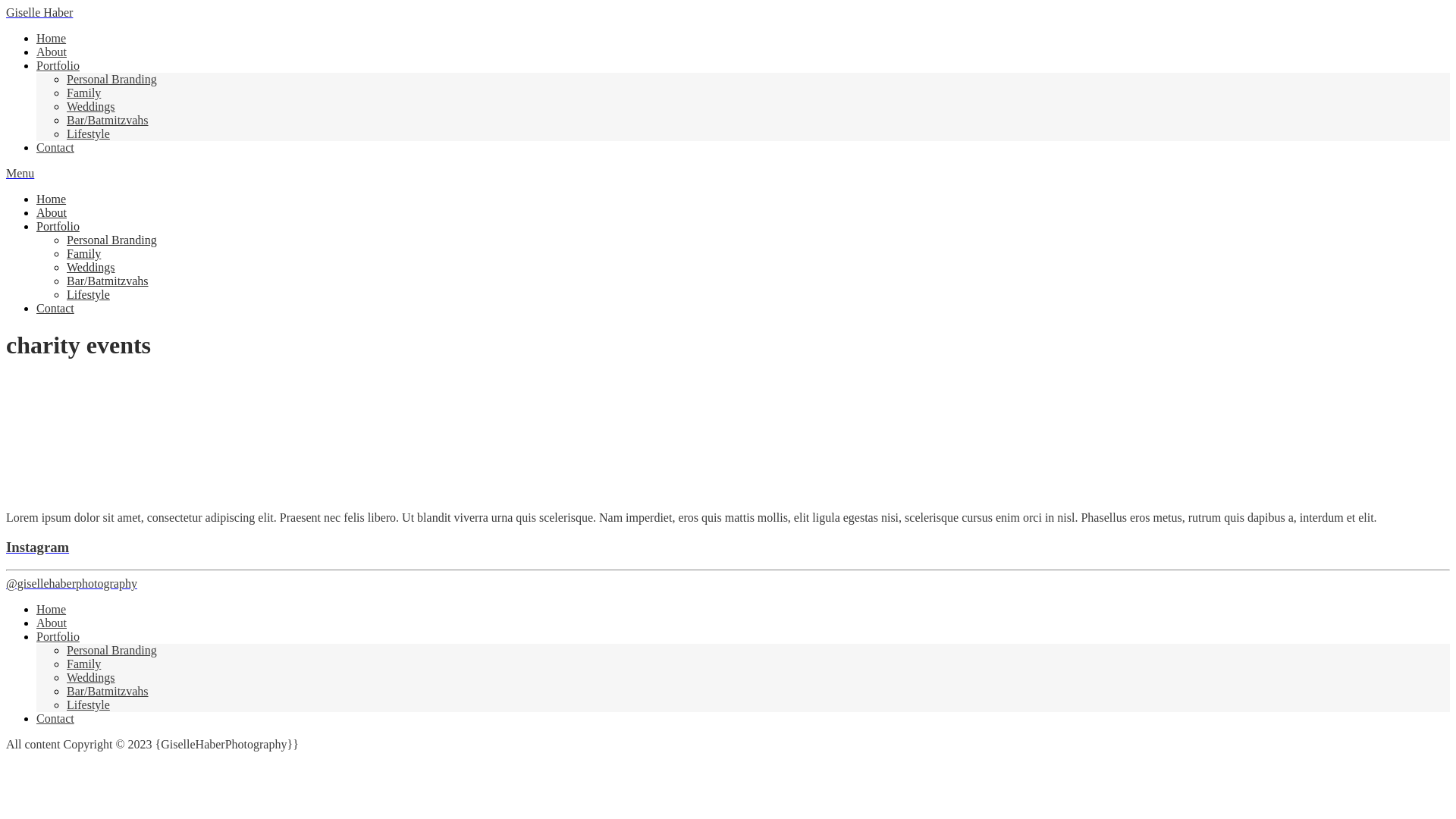 This screenshot has width=1456, height=819. Describe the element at coordinates (58, 636) in the screenshot. I see `'Portfolio'` at that location.